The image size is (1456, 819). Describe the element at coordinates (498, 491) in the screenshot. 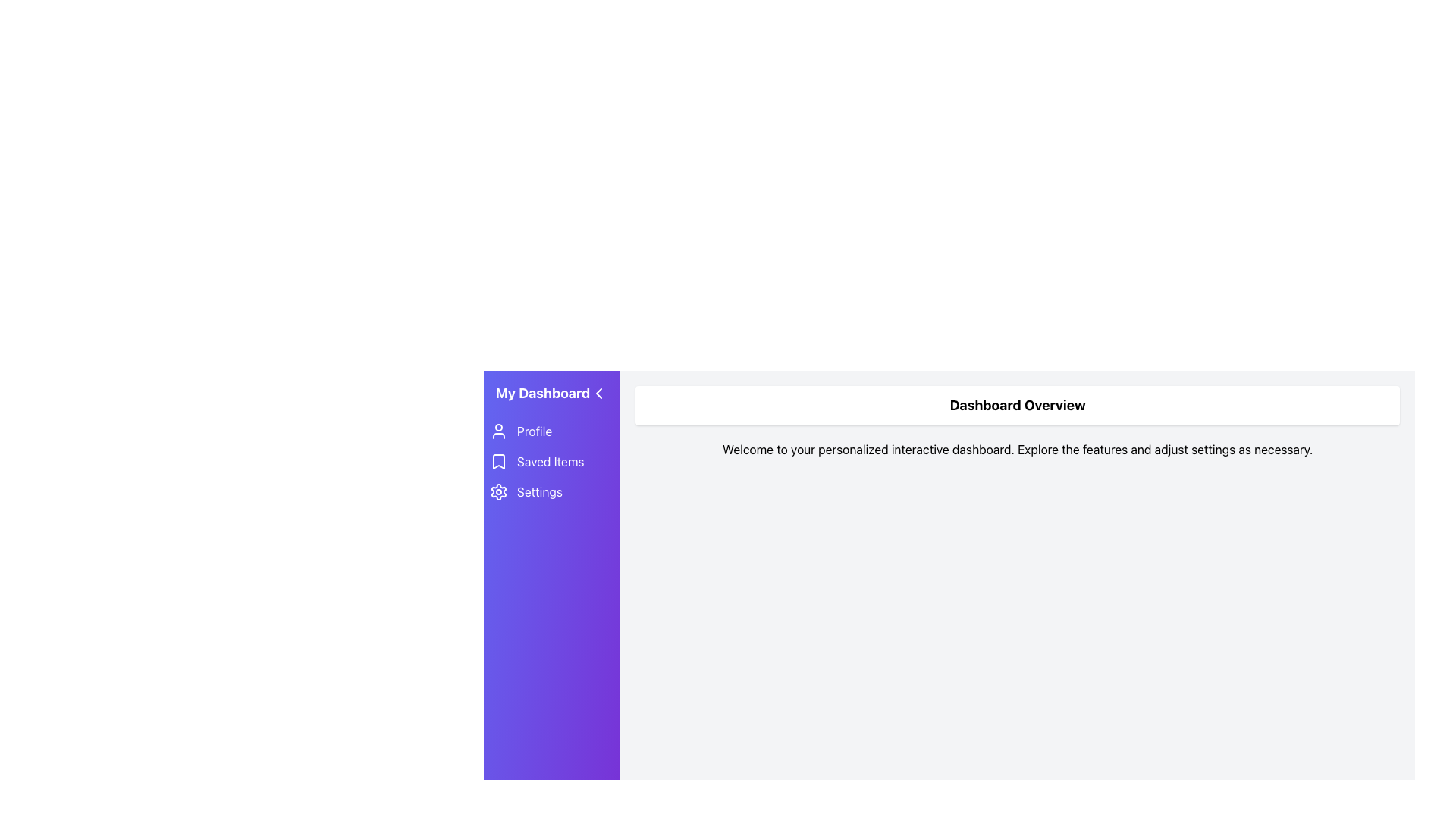

I see `the circular gear icon located at the bottom section of the navigation sidebar, under 'Saved Items', labeled 'Settings'` at that location.